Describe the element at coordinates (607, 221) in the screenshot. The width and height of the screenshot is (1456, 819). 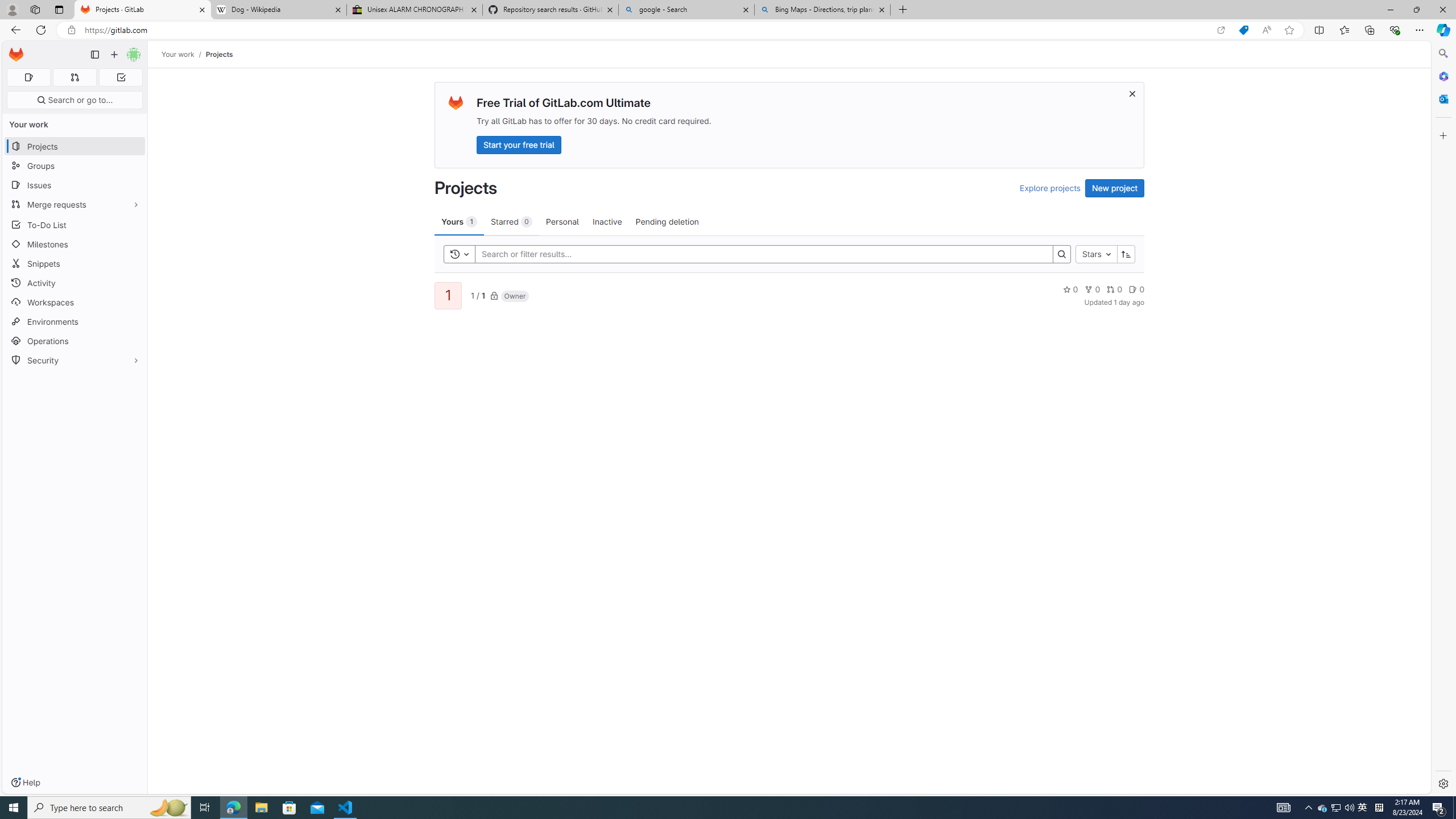
I see `'Inactive'` at that location.